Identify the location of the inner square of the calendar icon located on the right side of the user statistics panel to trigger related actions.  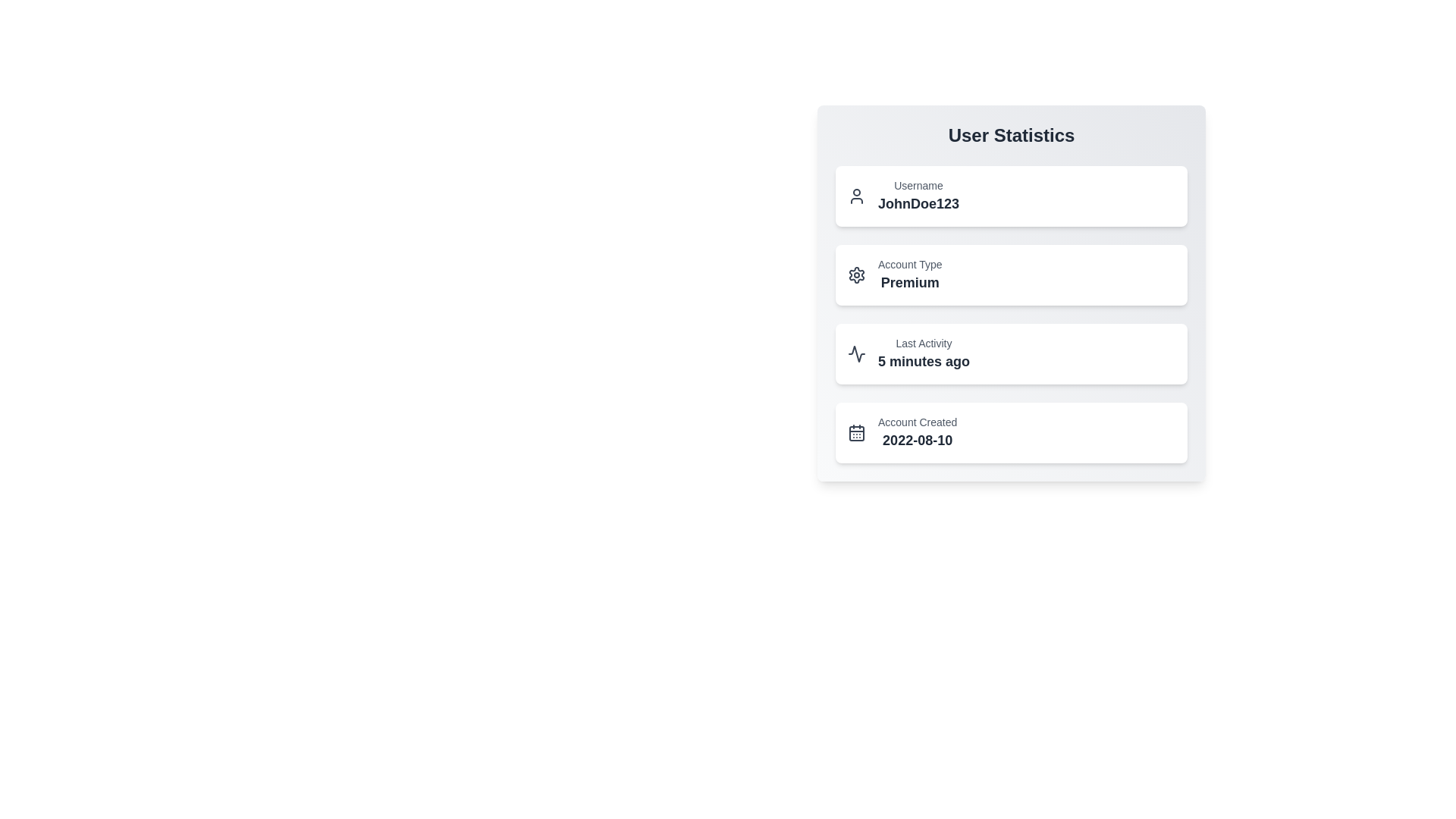
(856, 433).